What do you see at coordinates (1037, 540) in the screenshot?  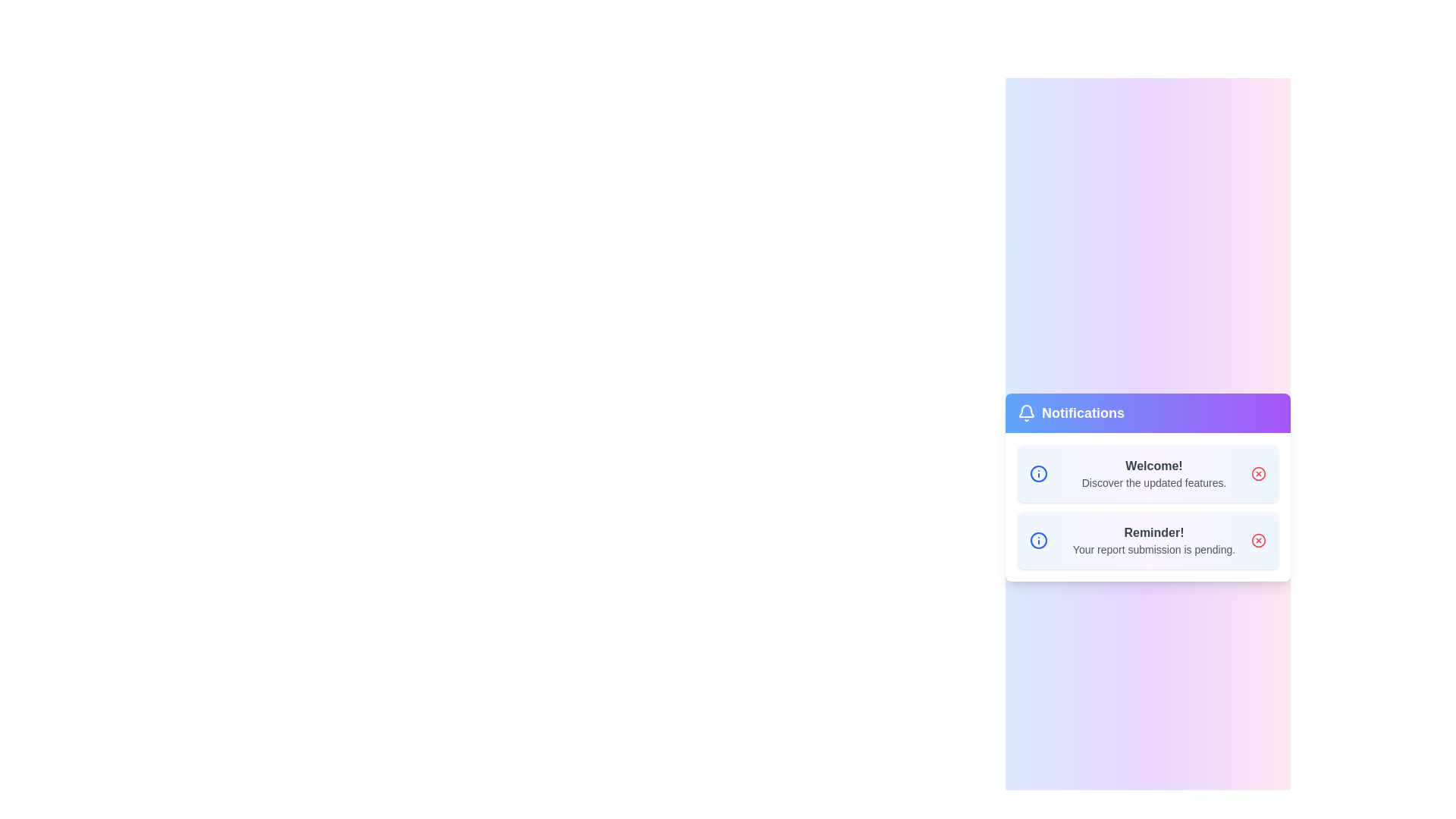 I see `the circular icon with a blue border and white fill, located next to the header 'Welcome!' in the notification interface` at bounding box center [1037, 540].